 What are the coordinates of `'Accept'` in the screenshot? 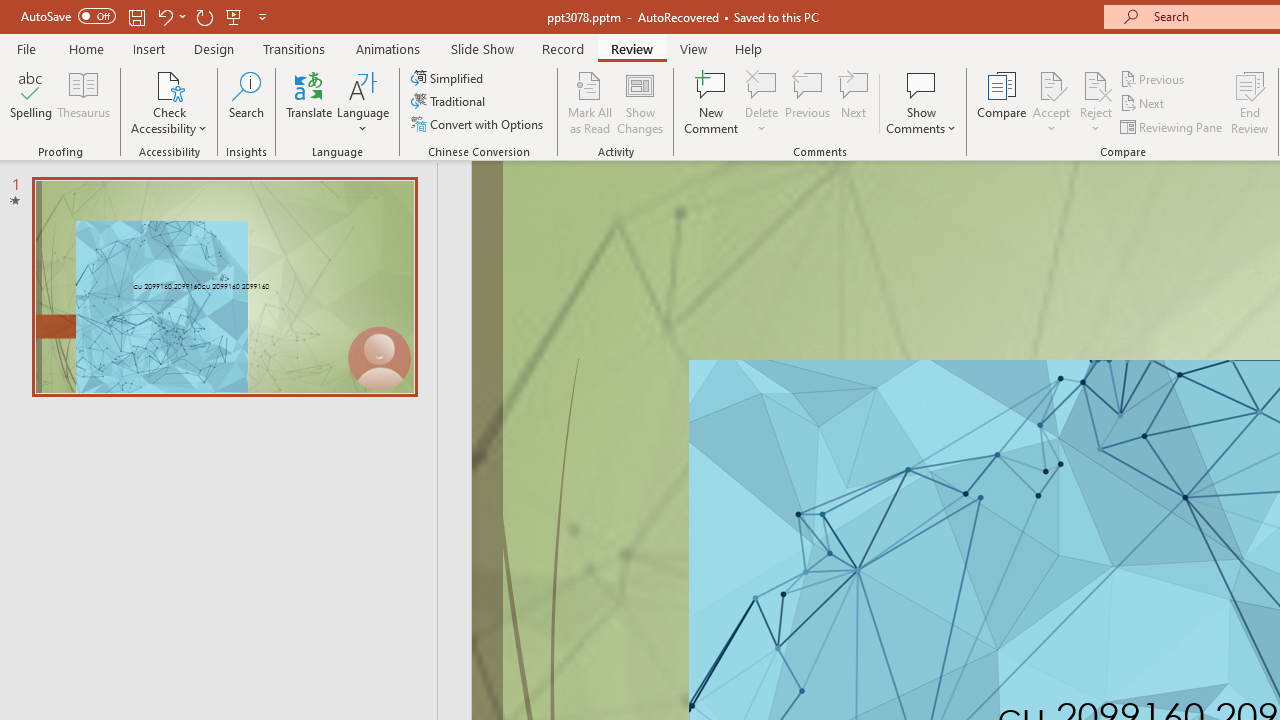 It's located at (1050, 103).